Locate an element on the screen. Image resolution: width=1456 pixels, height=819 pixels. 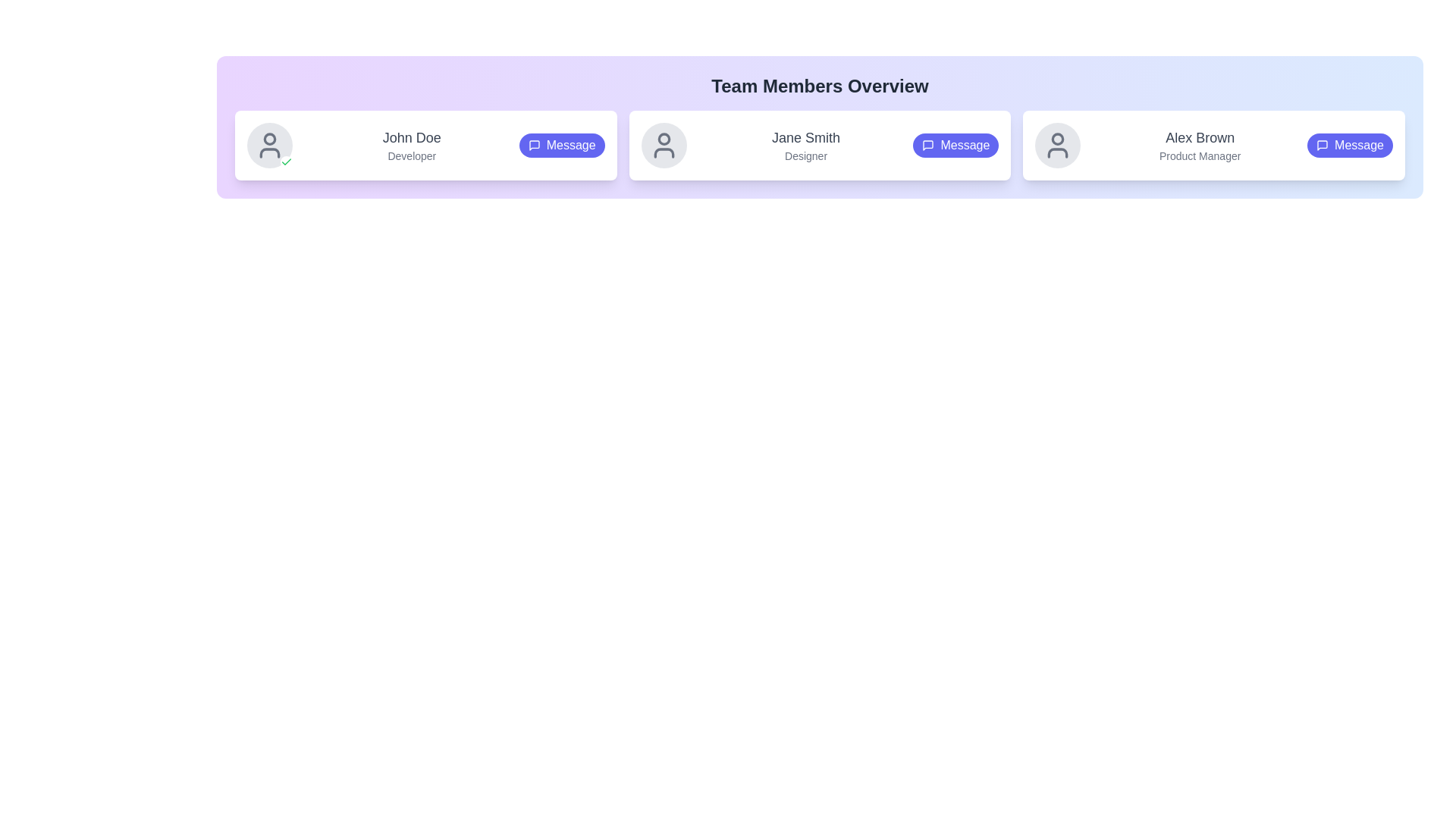
the user avatar located in the upper-left corner, which features a gray circular background with a user icon and a green checkmark indicating active status is located at coordinates (269, 146).